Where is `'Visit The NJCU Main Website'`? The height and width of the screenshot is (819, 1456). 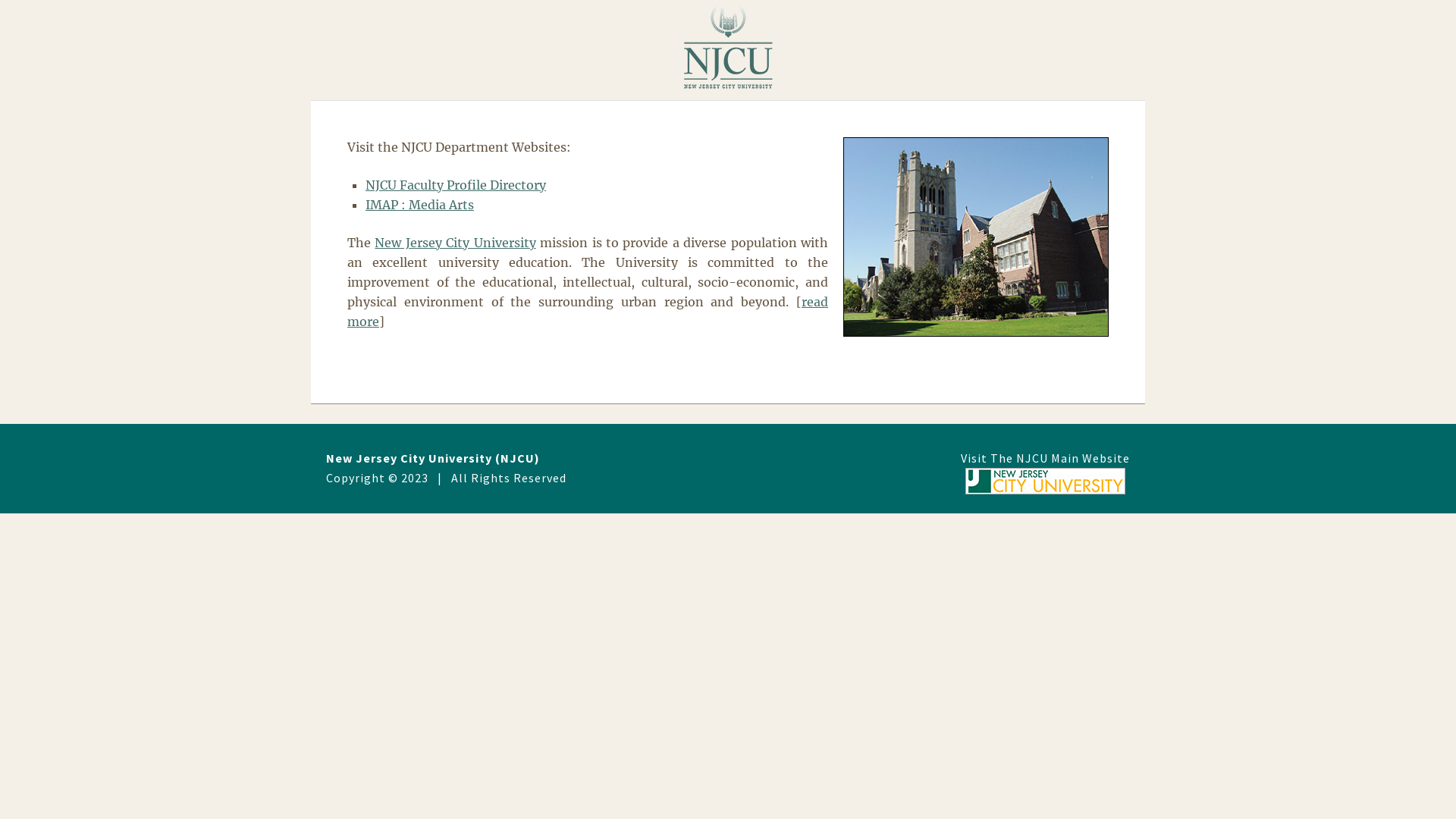
'Visit The NJCU Main Website' is located at coordinates (1044, 472).